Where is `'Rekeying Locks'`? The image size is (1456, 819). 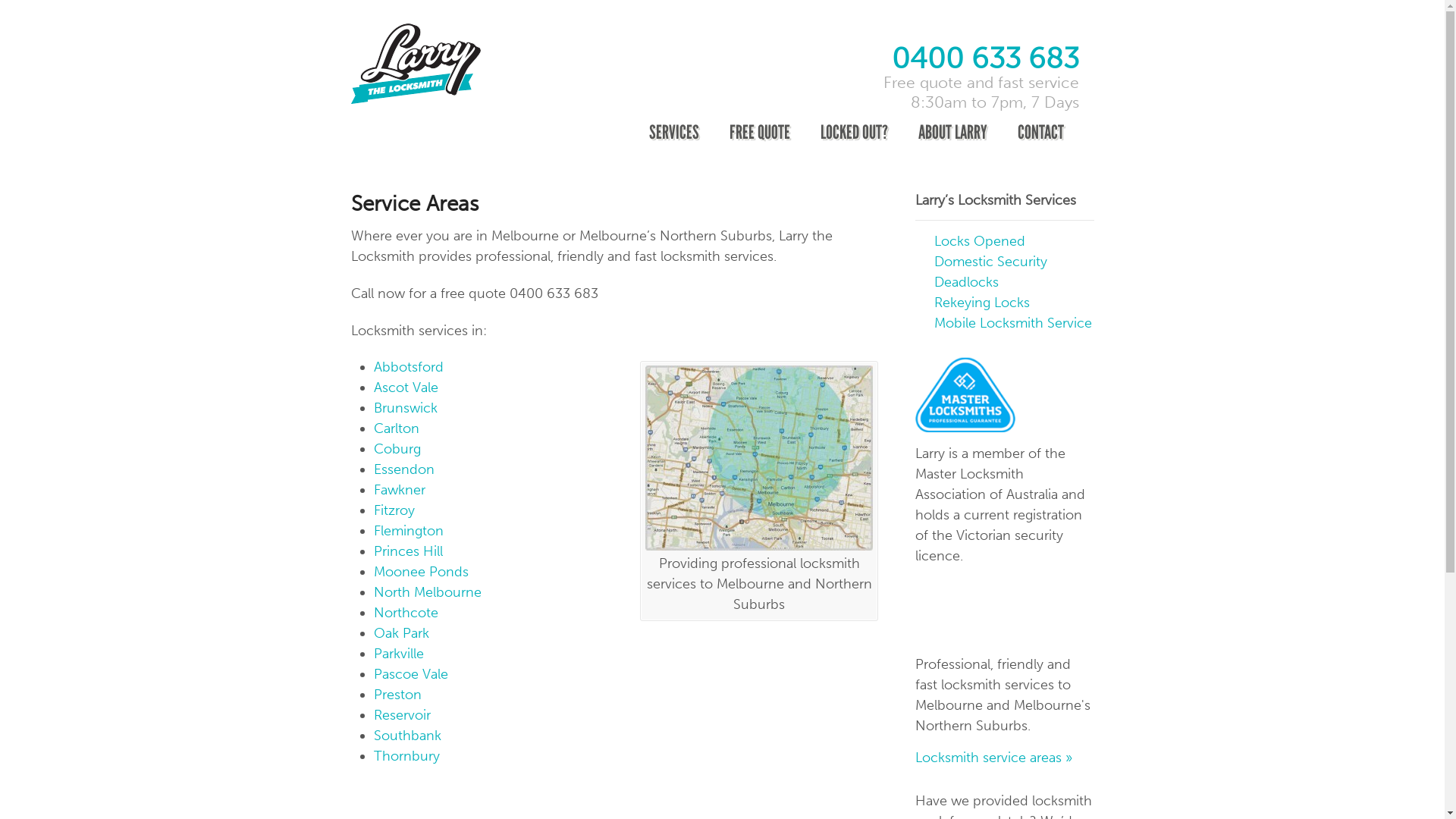 'Rekeying Locks' is located at coordinates (982, 302).